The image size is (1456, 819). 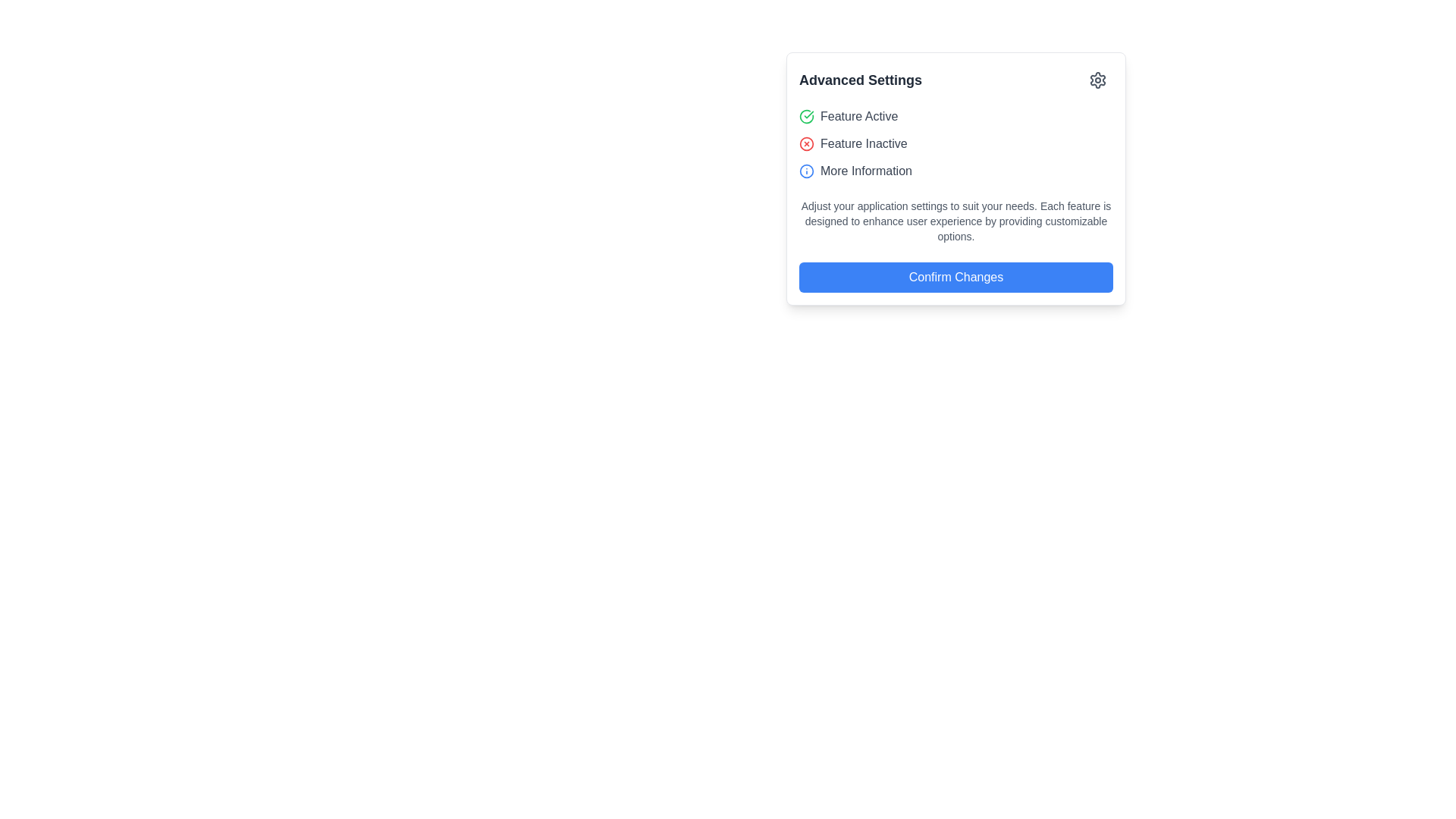 I want to click on the descriptive text element that advises on adjusting application settings, which is styled with a small font size and light gray color, located in the 'Advanced Settings' section of the card, so click(x=955, y=221).